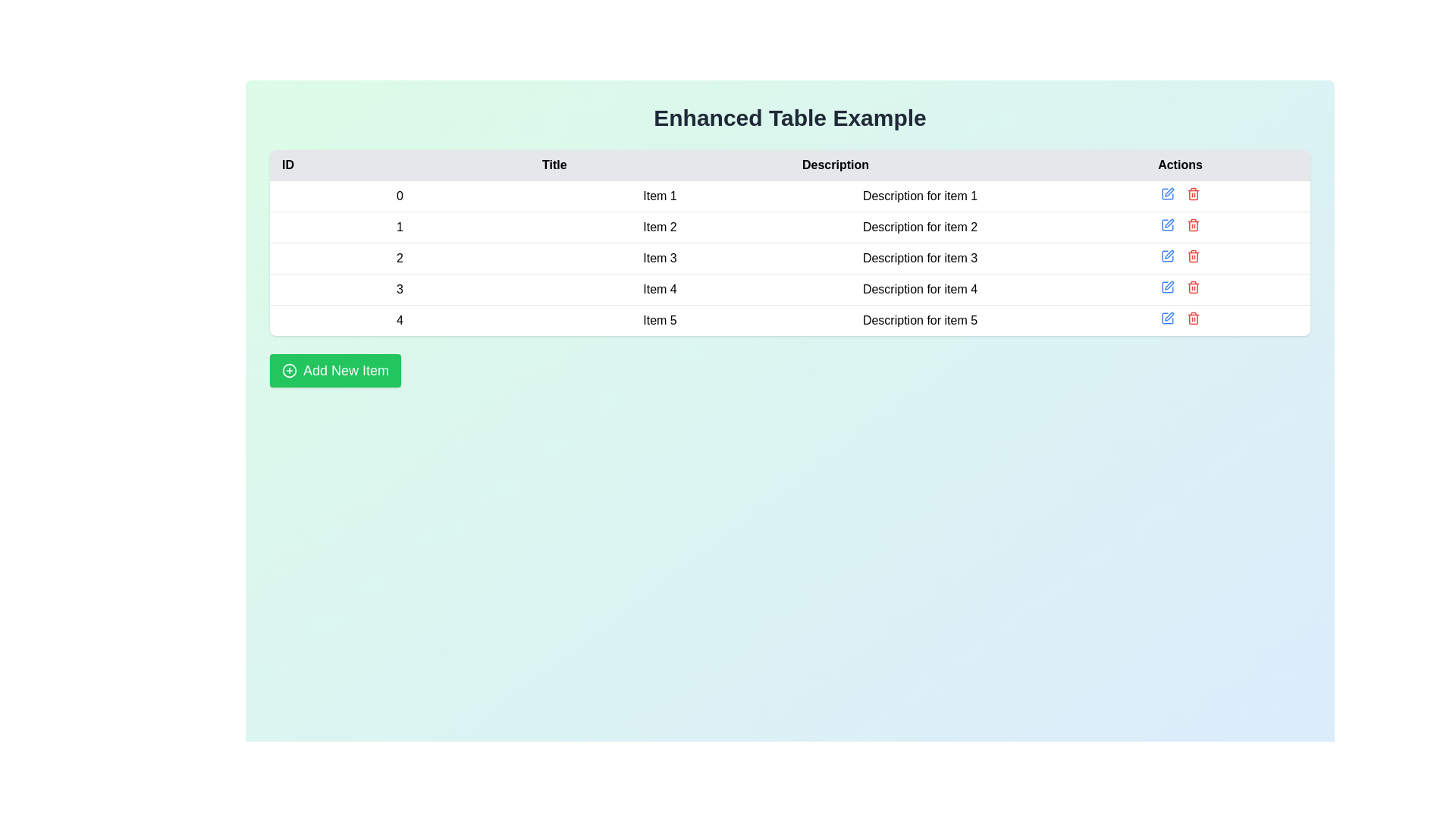 The image size is (1456, 819). What do you see at coordinates (919, 227) in the screenshot?
I see `the static text label displaying 'Description for item 2' located in the second row of the table under the 'Description' column, positioned to the right of the 'Item 2' element` at bounding box center [919, 227].